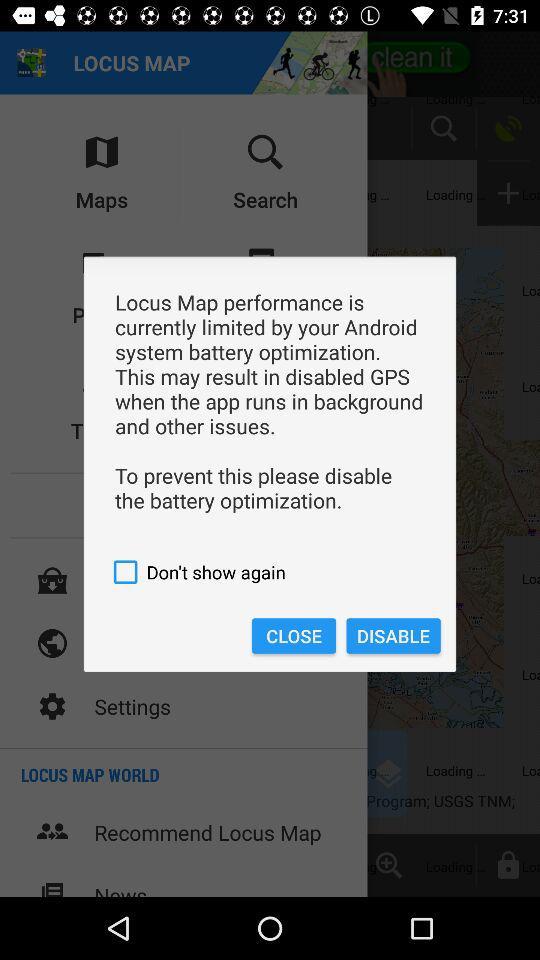  I want to click on close icon, so click(292, 635).